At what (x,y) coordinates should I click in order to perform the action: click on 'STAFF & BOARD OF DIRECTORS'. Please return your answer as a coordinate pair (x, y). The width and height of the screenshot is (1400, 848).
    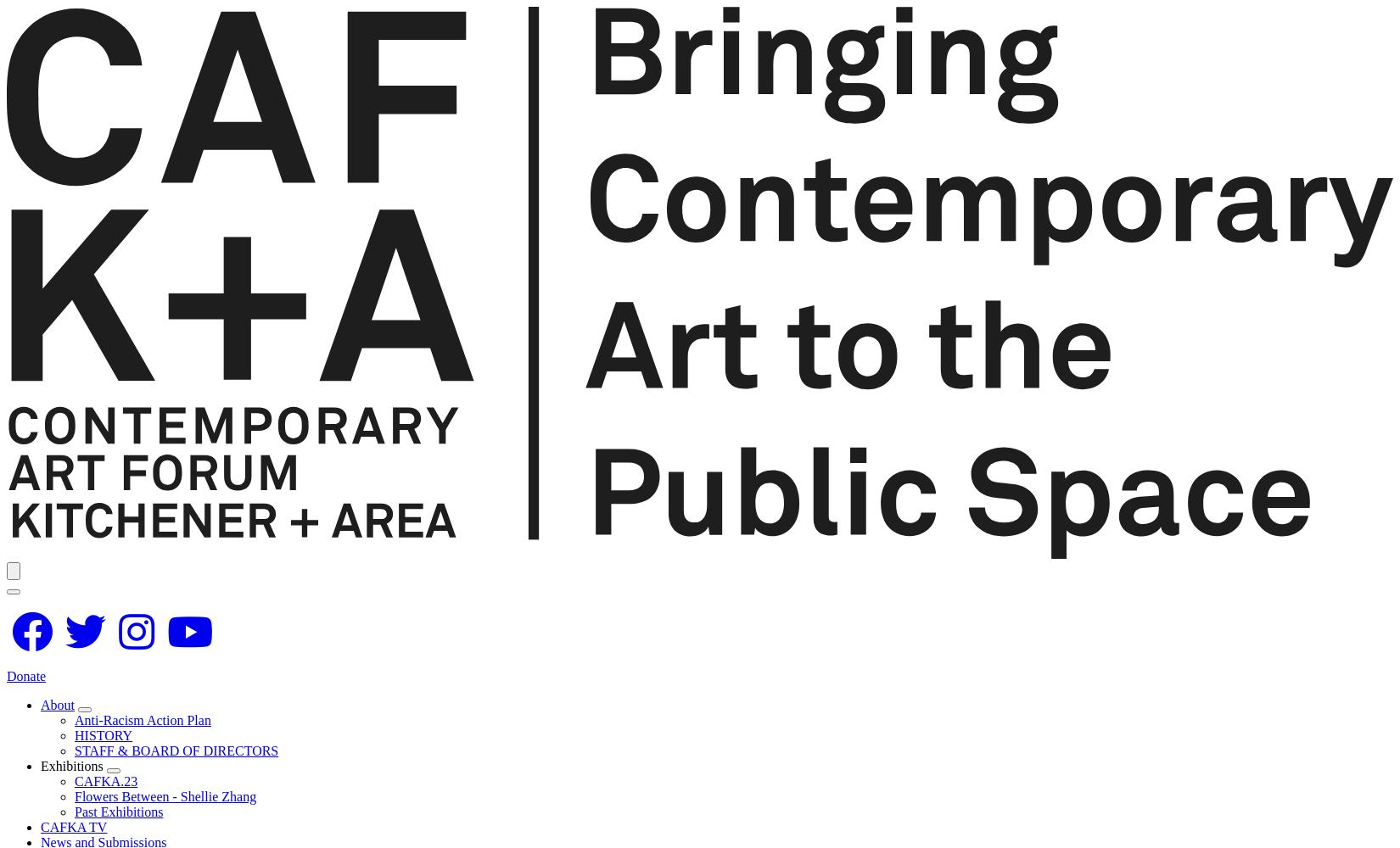
    Looking at the image, I should click on (176, 750).